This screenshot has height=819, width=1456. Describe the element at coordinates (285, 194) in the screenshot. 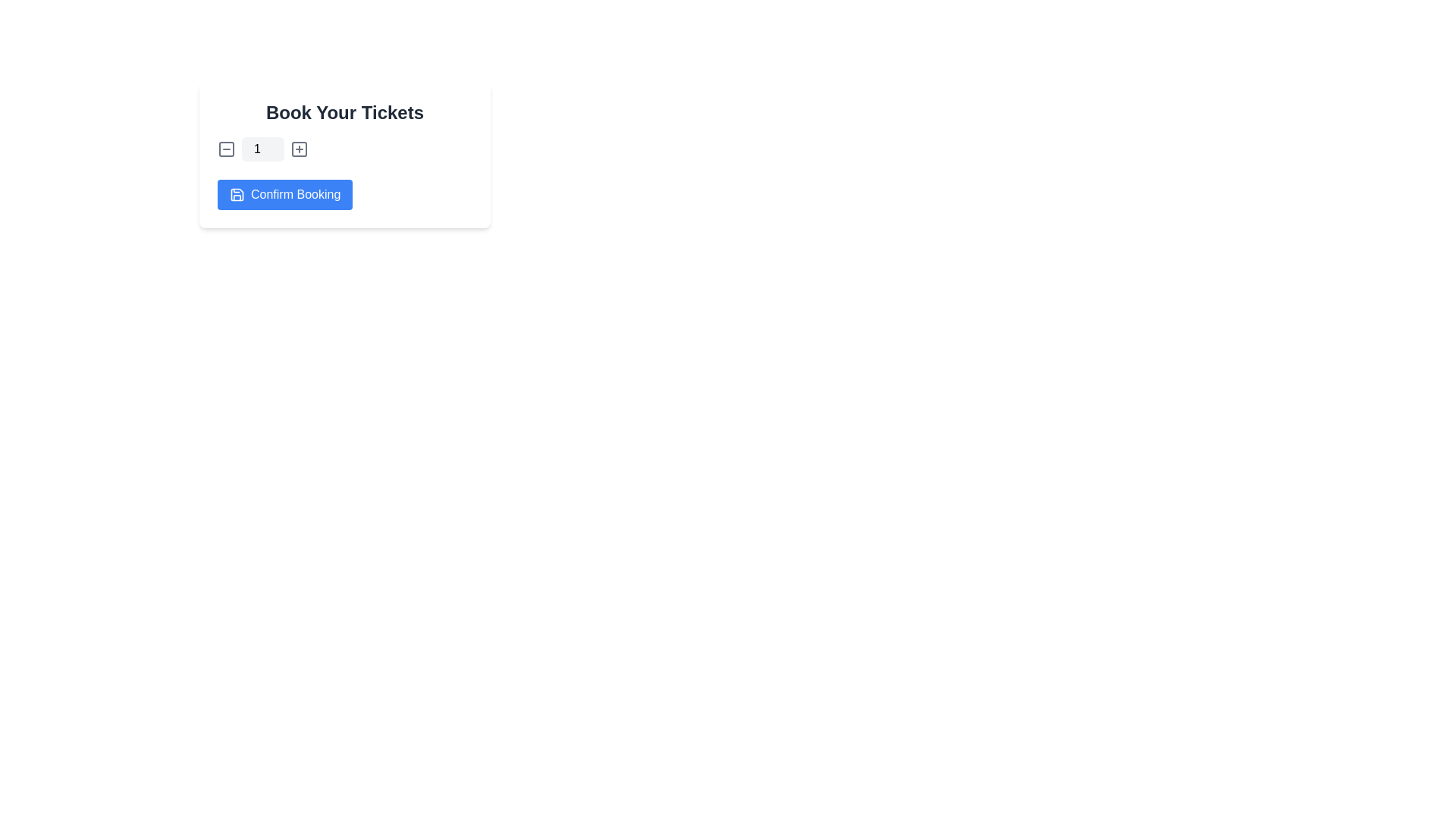

I see `the blue button labeled 'Confirm Booking' with a save icon to confirm the booking` at that location.